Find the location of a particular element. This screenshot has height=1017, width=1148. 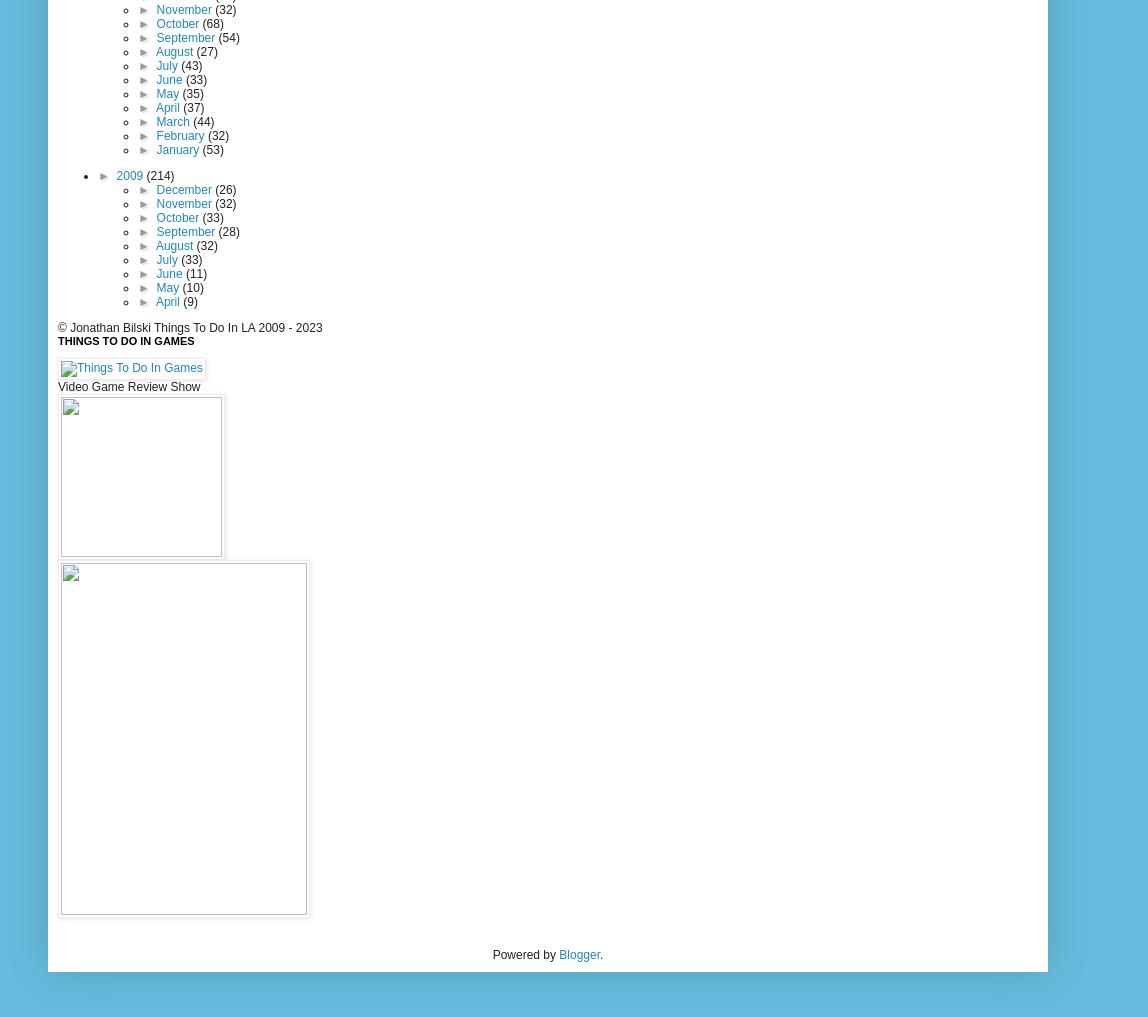

'2009' is located at coordinates (115, 175).